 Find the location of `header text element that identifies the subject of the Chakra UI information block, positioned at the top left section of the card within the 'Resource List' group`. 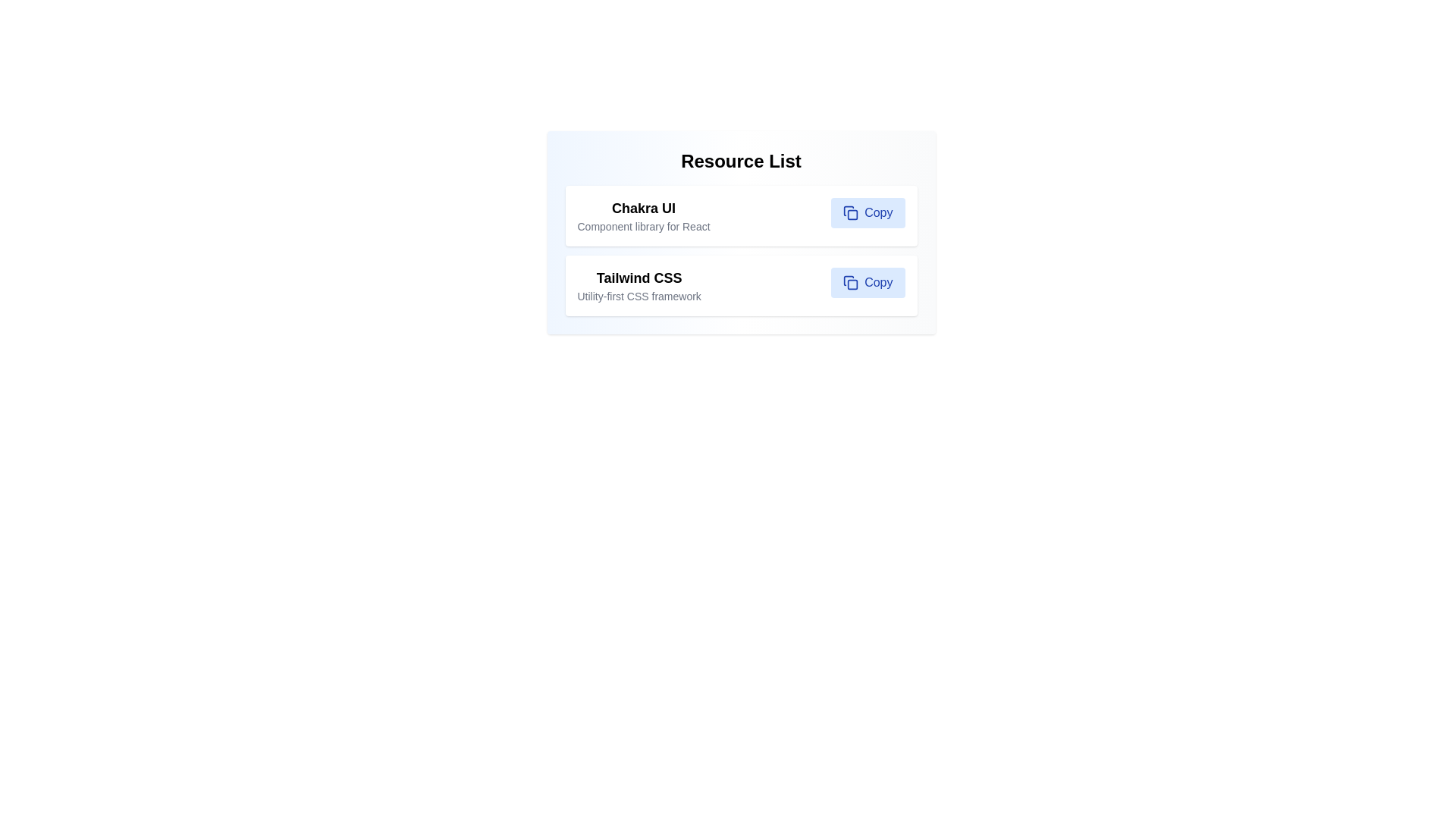

header text element that identifies the subject of the Chakra UI information block, positioned at the top left section of the card within the 'Resource List' group is located at coordinates (644, 208).